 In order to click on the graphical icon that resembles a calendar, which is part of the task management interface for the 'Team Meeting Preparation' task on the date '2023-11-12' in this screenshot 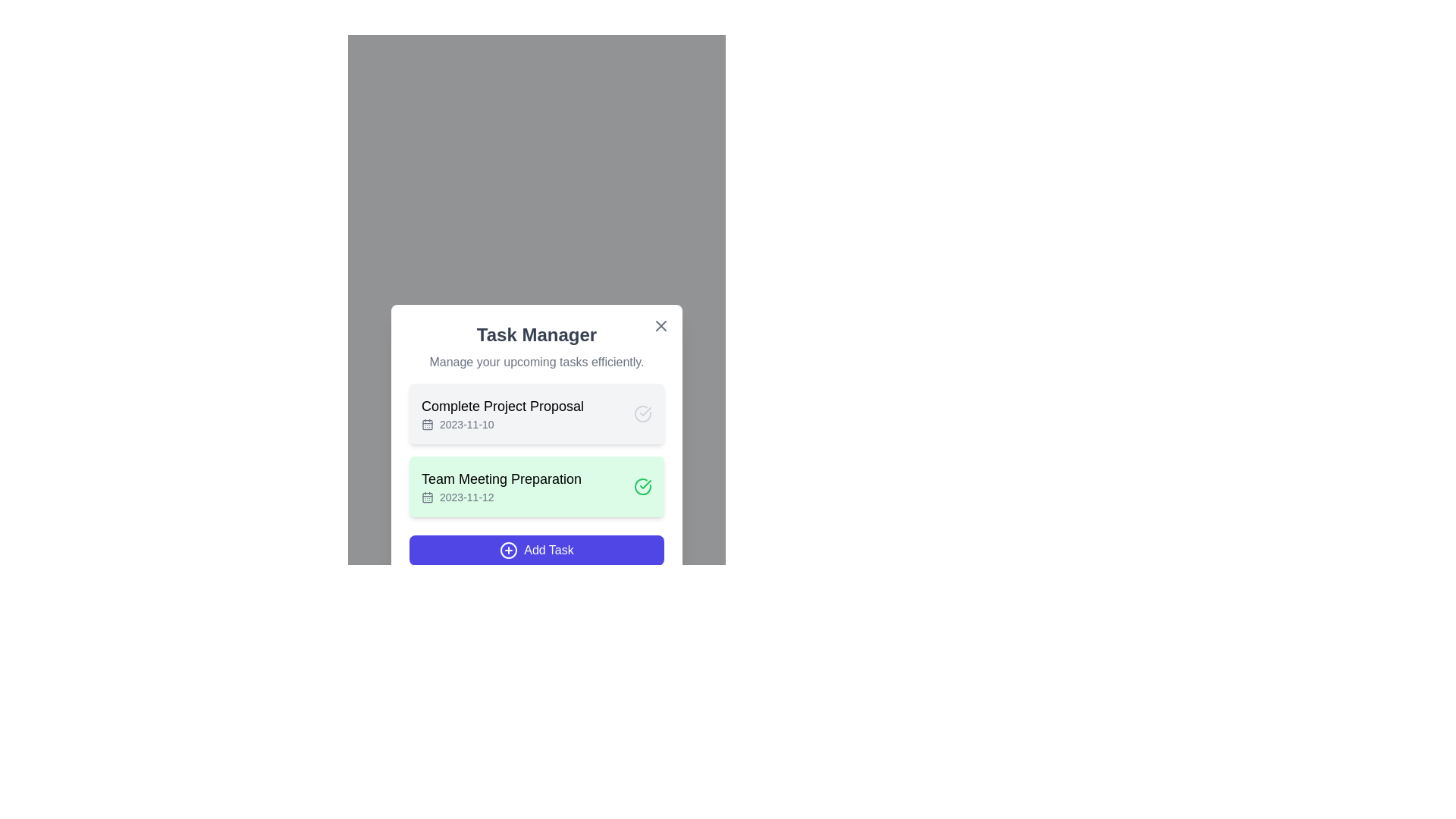, I will do `click(427, 497)`.